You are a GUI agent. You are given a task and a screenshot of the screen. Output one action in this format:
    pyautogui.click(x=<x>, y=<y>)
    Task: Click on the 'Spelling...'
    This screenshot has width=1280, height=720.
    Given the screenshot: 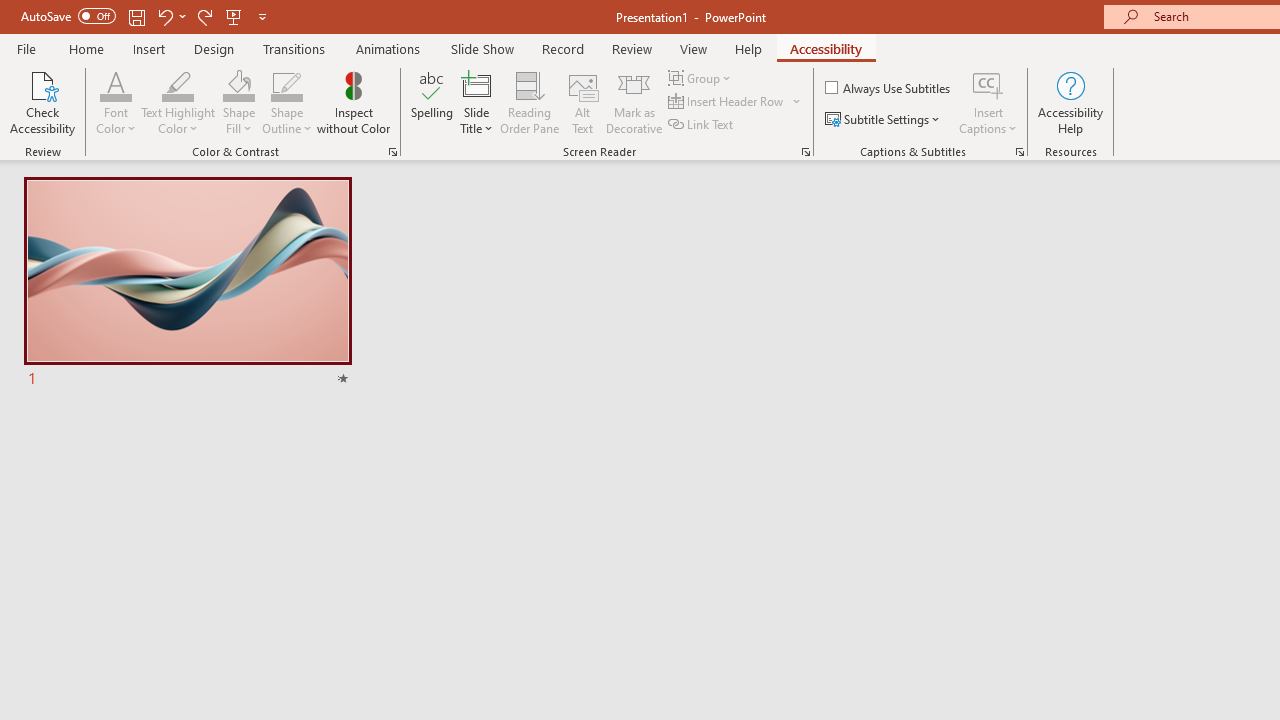 What is the action you would take?
    pyautogui.click(x=431, y=103)
    